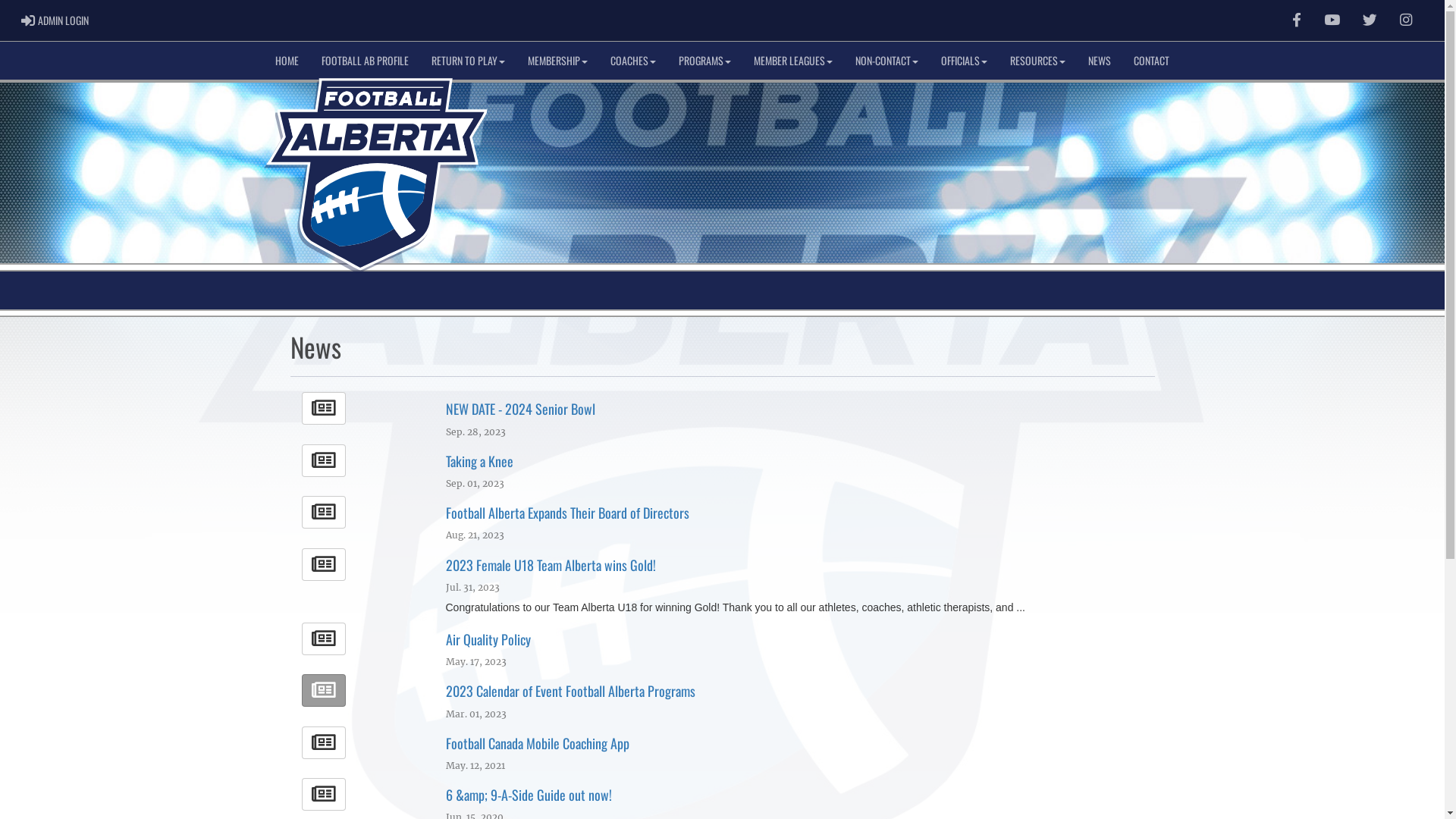  What do you see at coordinates (792, 60) in the screenshot?
I see `'MEMBER LEAGUES'` at bounding box center [792, 60].